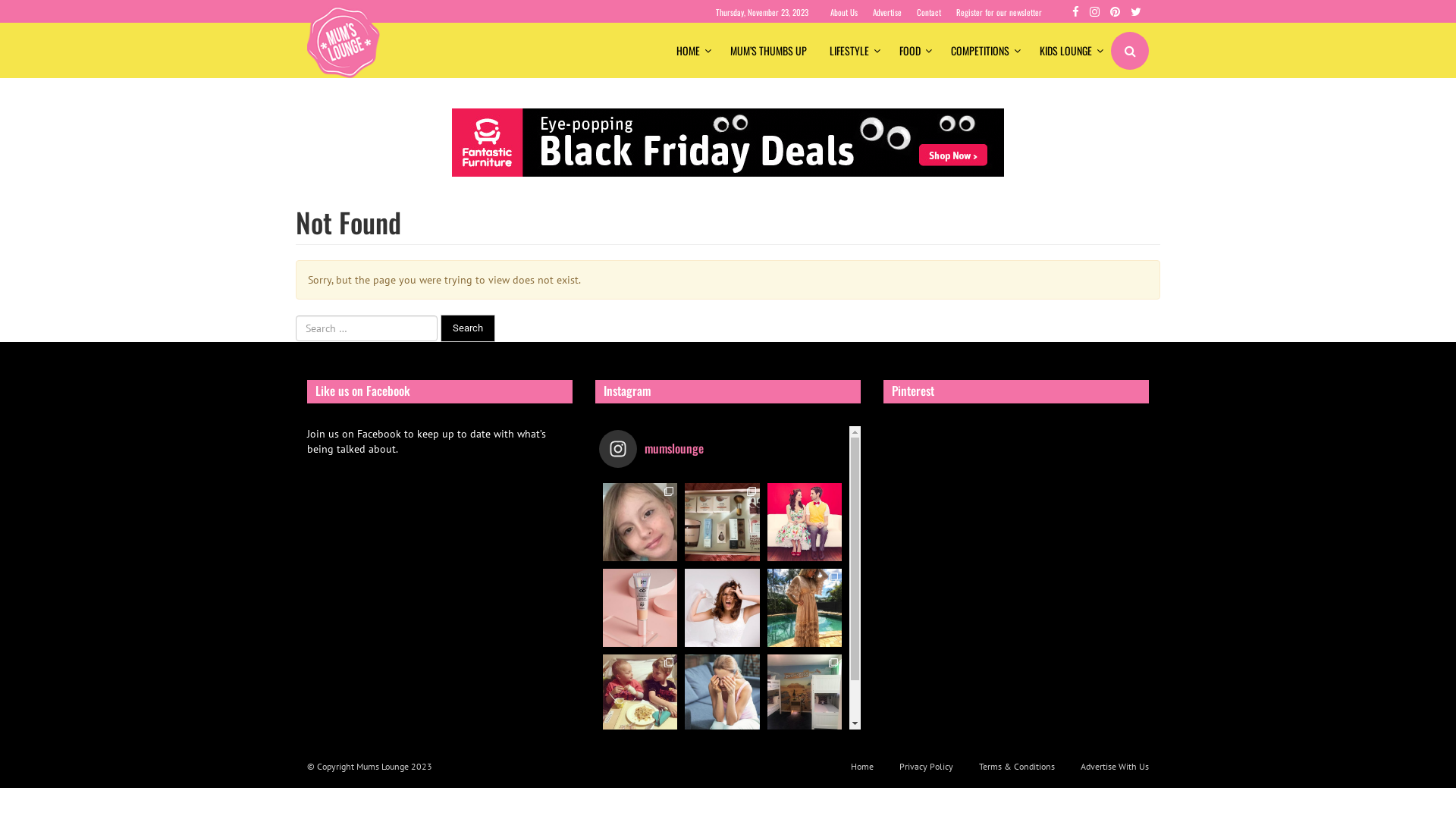 Image resolution: width=1456 pixels, height=819 pixels. I want to click on 'KIDS LOUNGE', so click(1068, 49).